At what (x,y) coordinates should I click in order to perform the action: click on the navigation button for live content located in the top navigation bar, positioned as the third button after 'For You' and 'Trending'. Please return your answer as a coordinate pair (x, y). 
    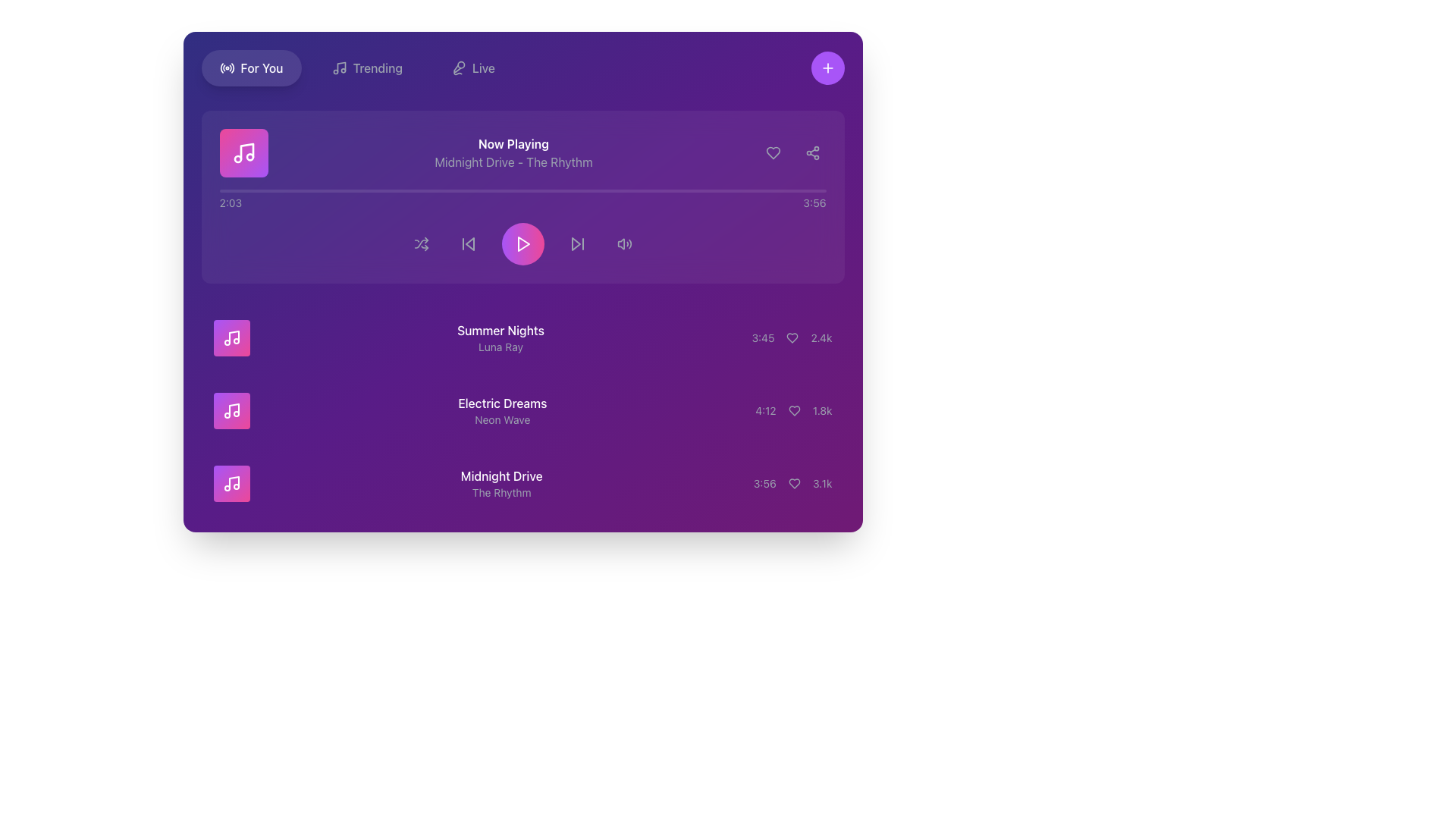
    Looking at the image, I should click on (472, 67).